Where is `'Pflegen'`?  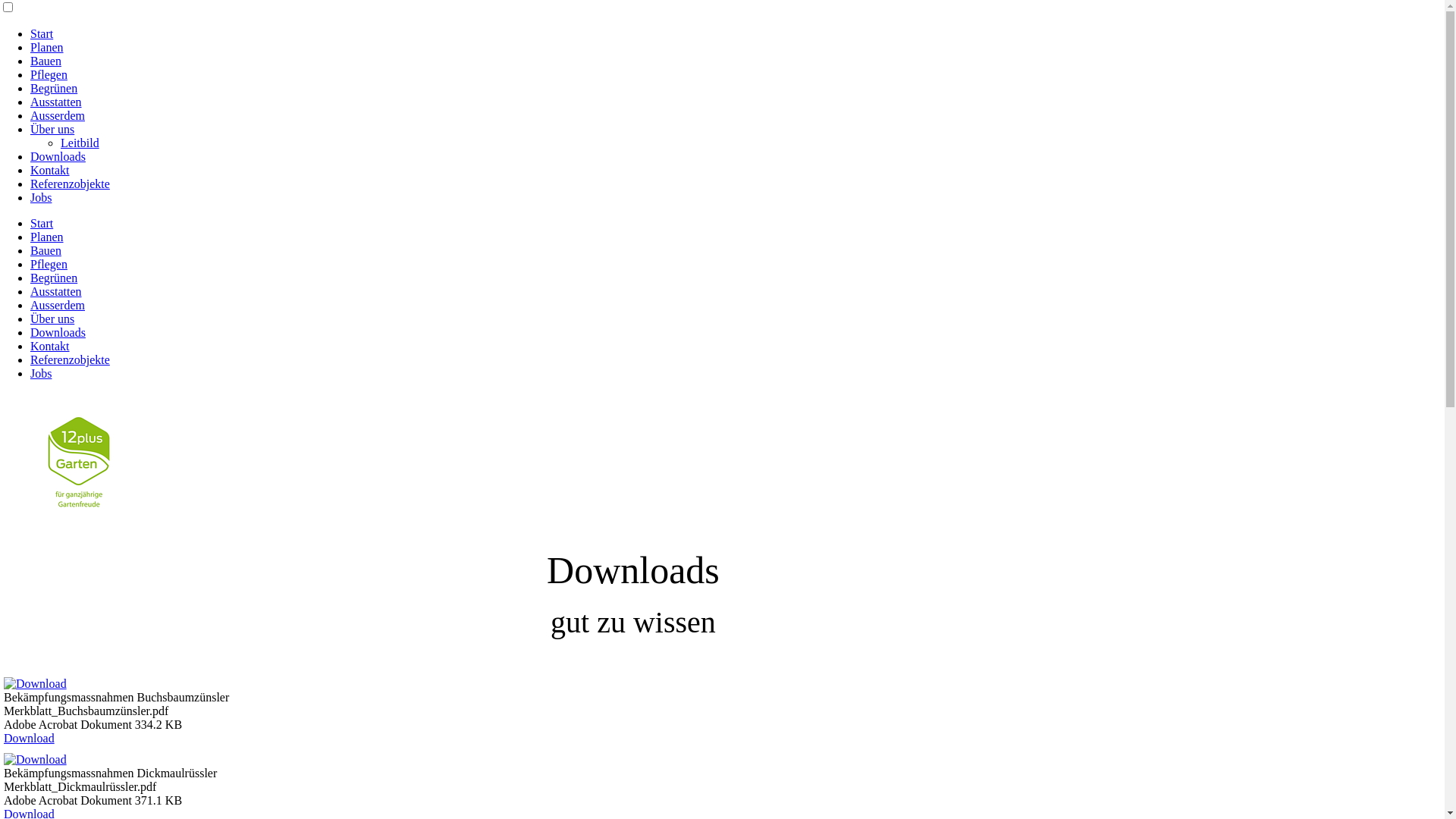
'Pflegen' is located at coordinates (49, 74).